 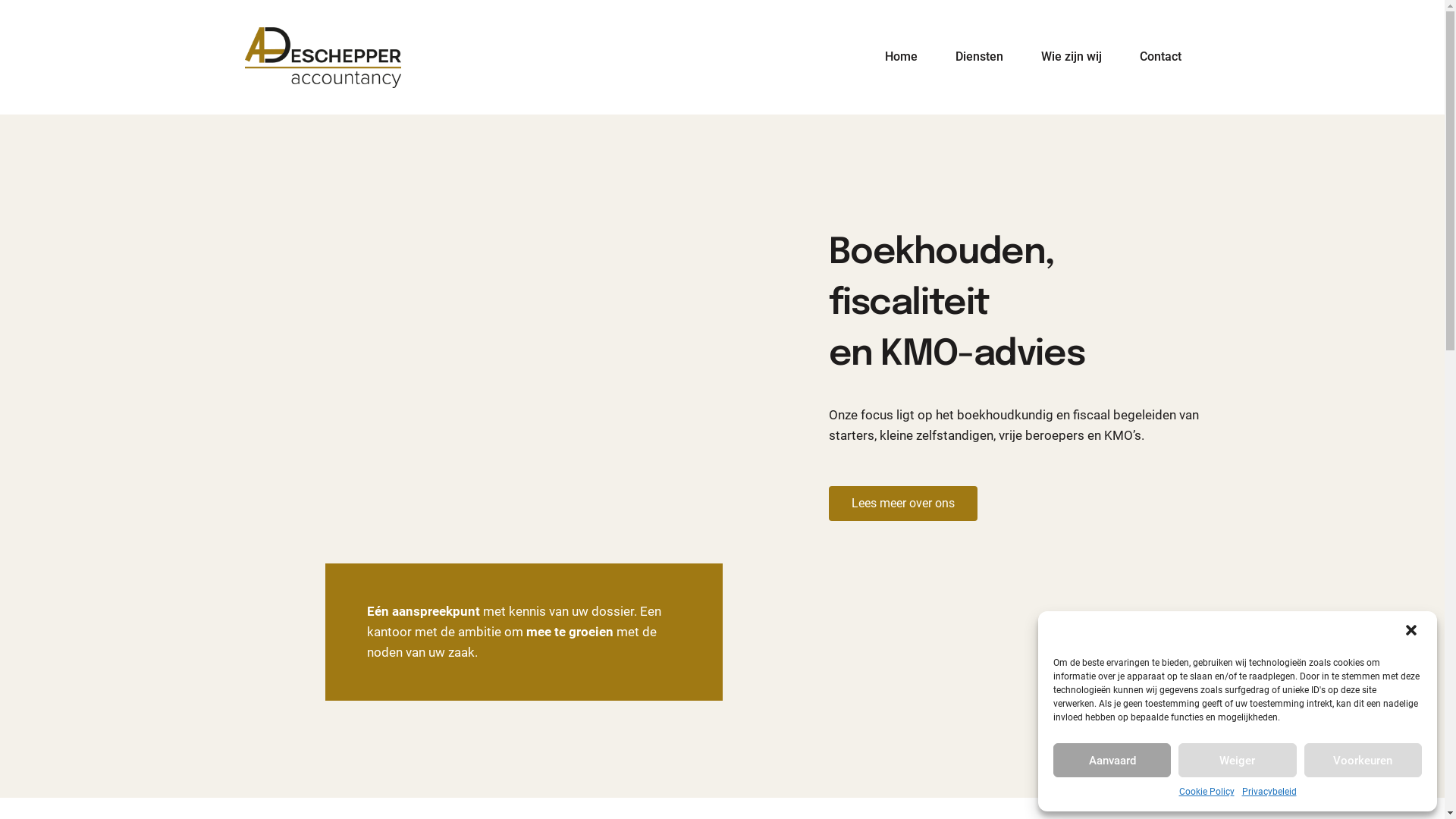 What do you see at coordinates (1269, 792) in the screenshot?
I see `'Privacybeleid'` at bounding box center [1269, 792].